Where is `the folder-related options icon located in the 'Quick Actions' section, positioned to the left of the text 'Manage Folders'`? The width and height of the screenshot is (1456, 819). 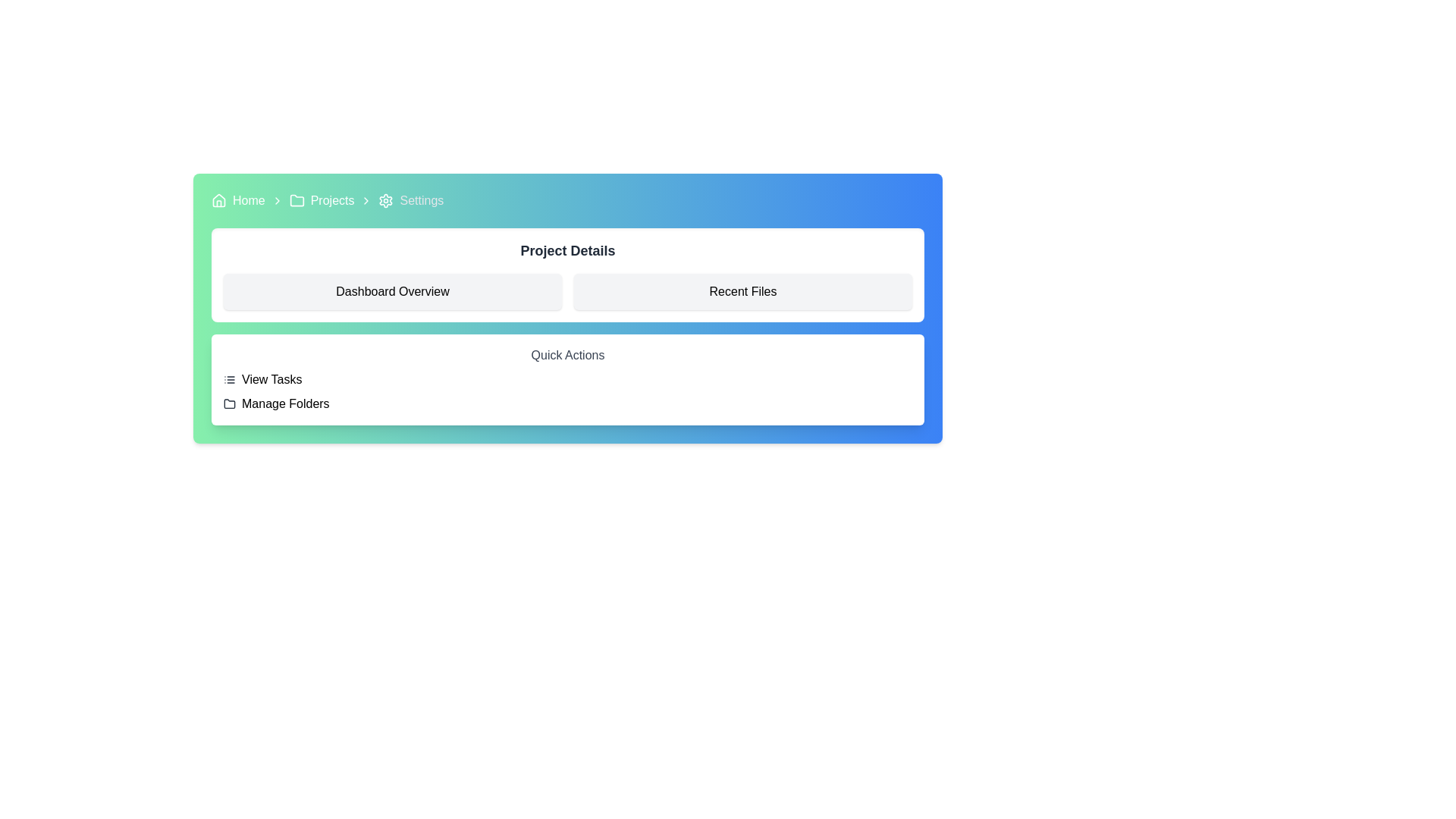 the folder-related options icon located in the 'Quick Actions' section, positioned to the left of the text 'Manage Folders' is located at coordinates (228, 403).